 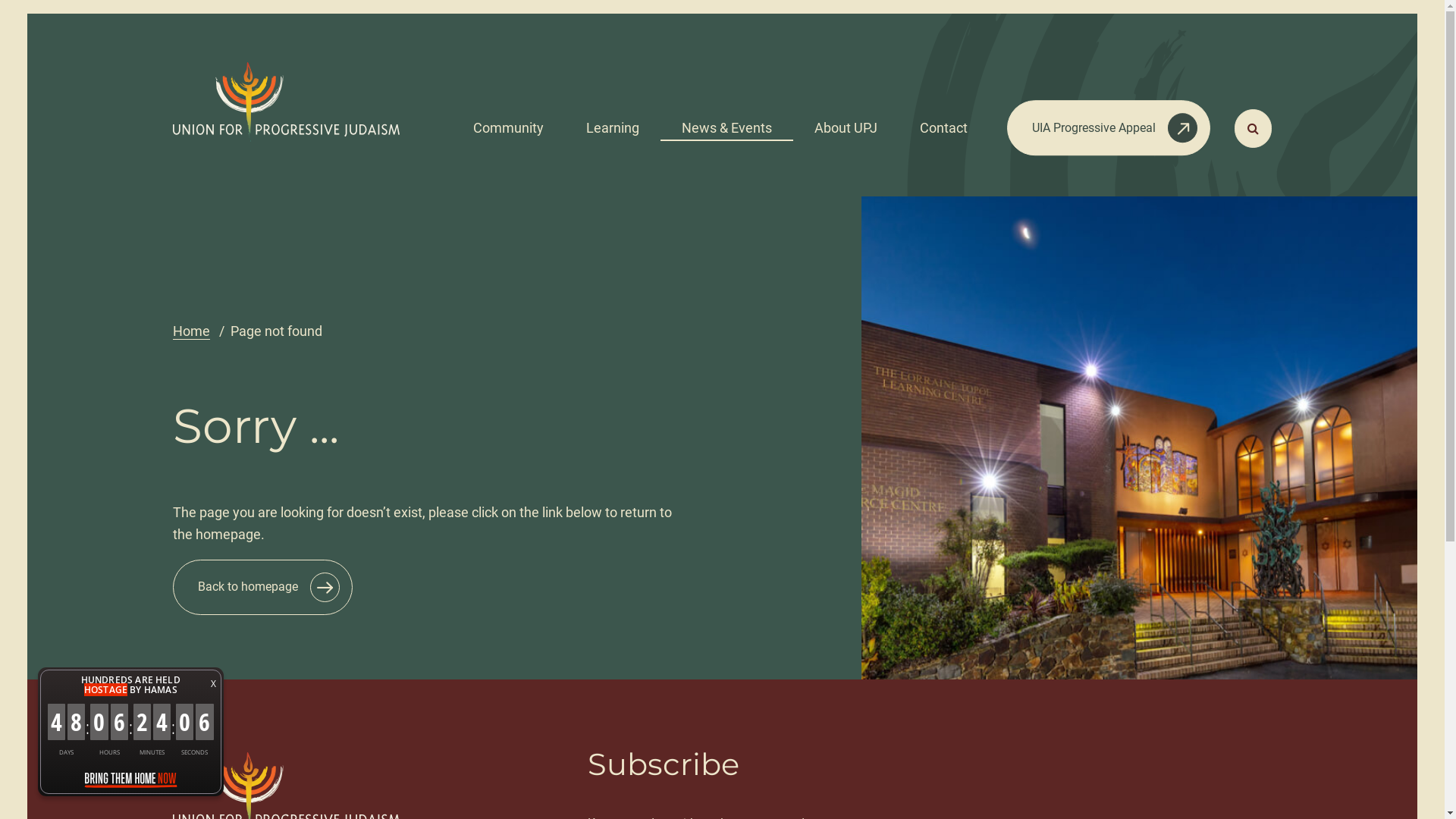 What do you see at coordinates (612, 122) in the screenshot?
I see `'Learning'` at bounding box center [612, 122].